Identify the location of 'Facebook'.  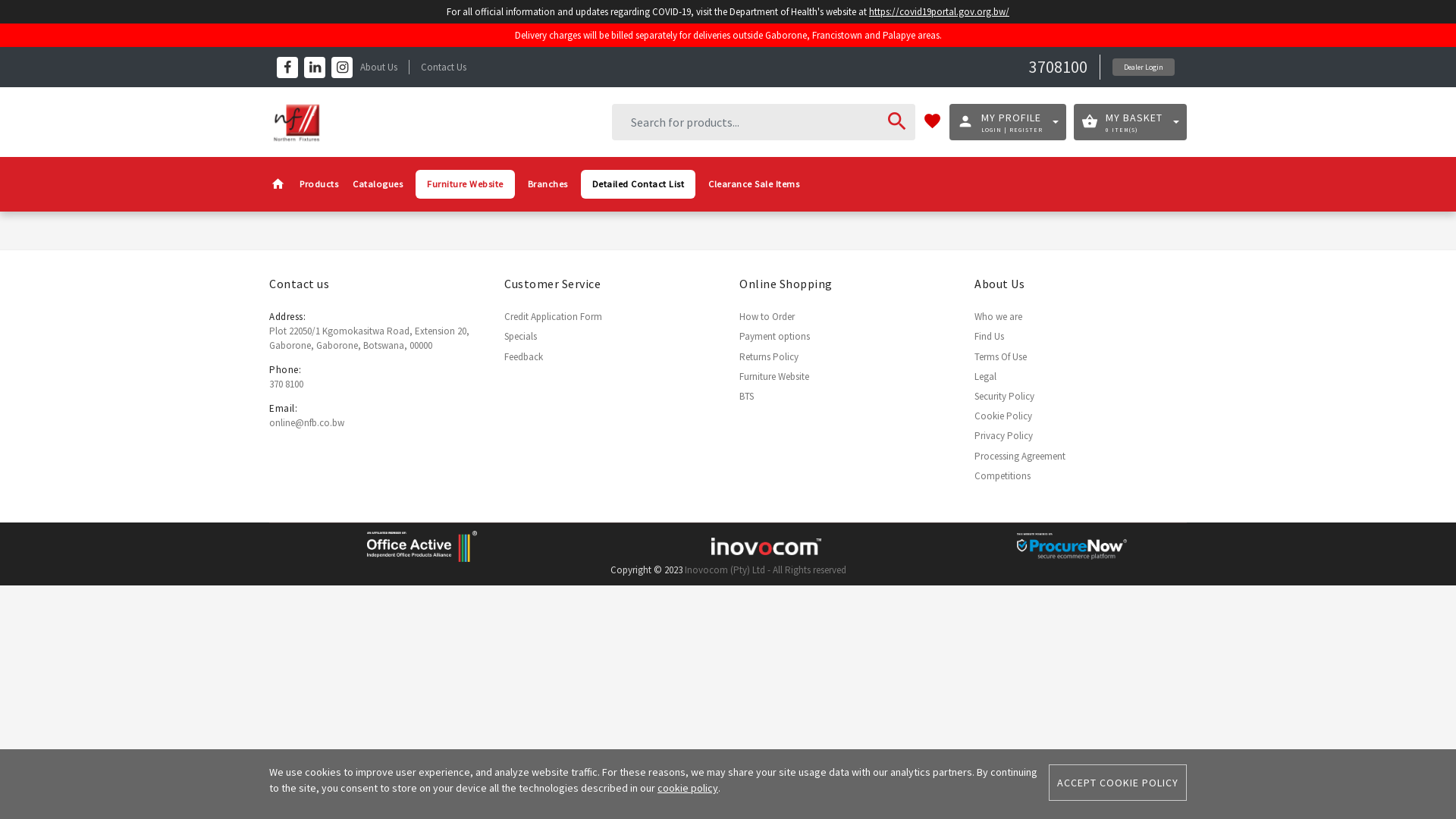
(287, 66).